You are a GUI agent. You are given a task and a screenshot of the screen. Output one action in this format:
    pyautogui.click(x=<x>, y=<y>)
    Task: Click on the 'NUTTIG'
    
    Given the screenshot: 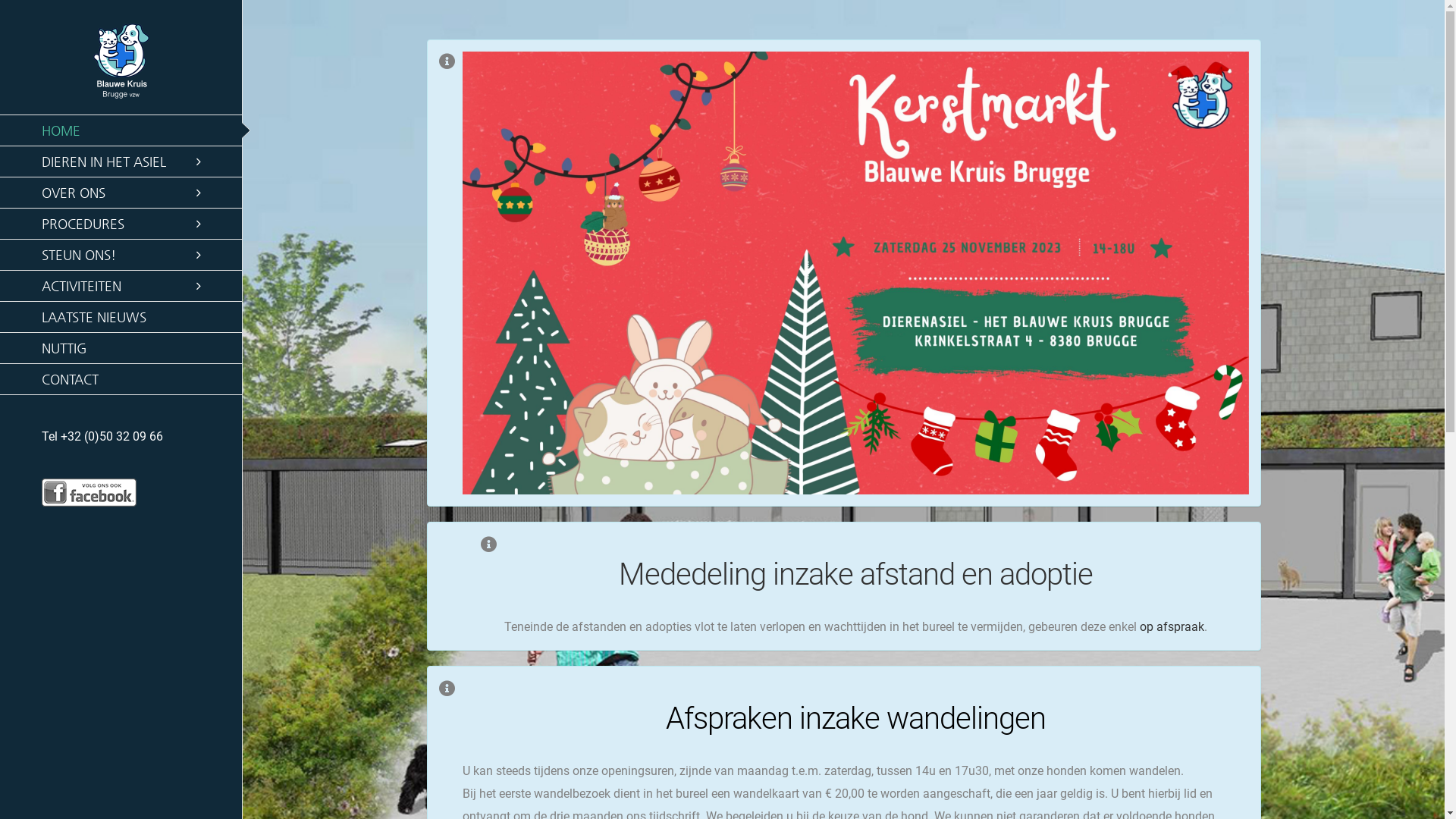 What is the action you would take?
    pyautogui.click(x=120, y=348)
    